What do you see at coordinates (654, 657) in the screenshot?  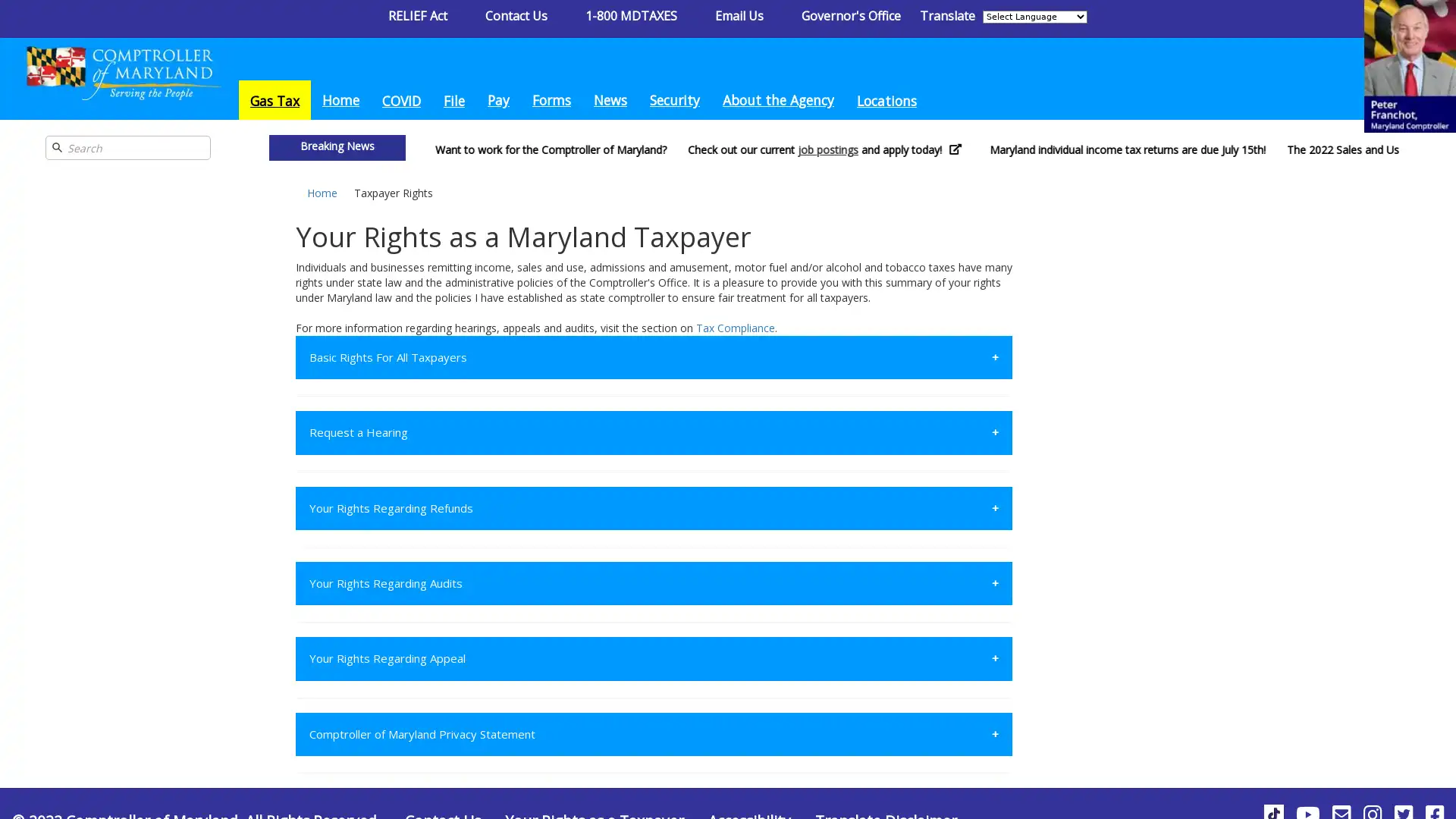 I see `Your Rights Regarding Appeal +` at bounding box center [654, 657].